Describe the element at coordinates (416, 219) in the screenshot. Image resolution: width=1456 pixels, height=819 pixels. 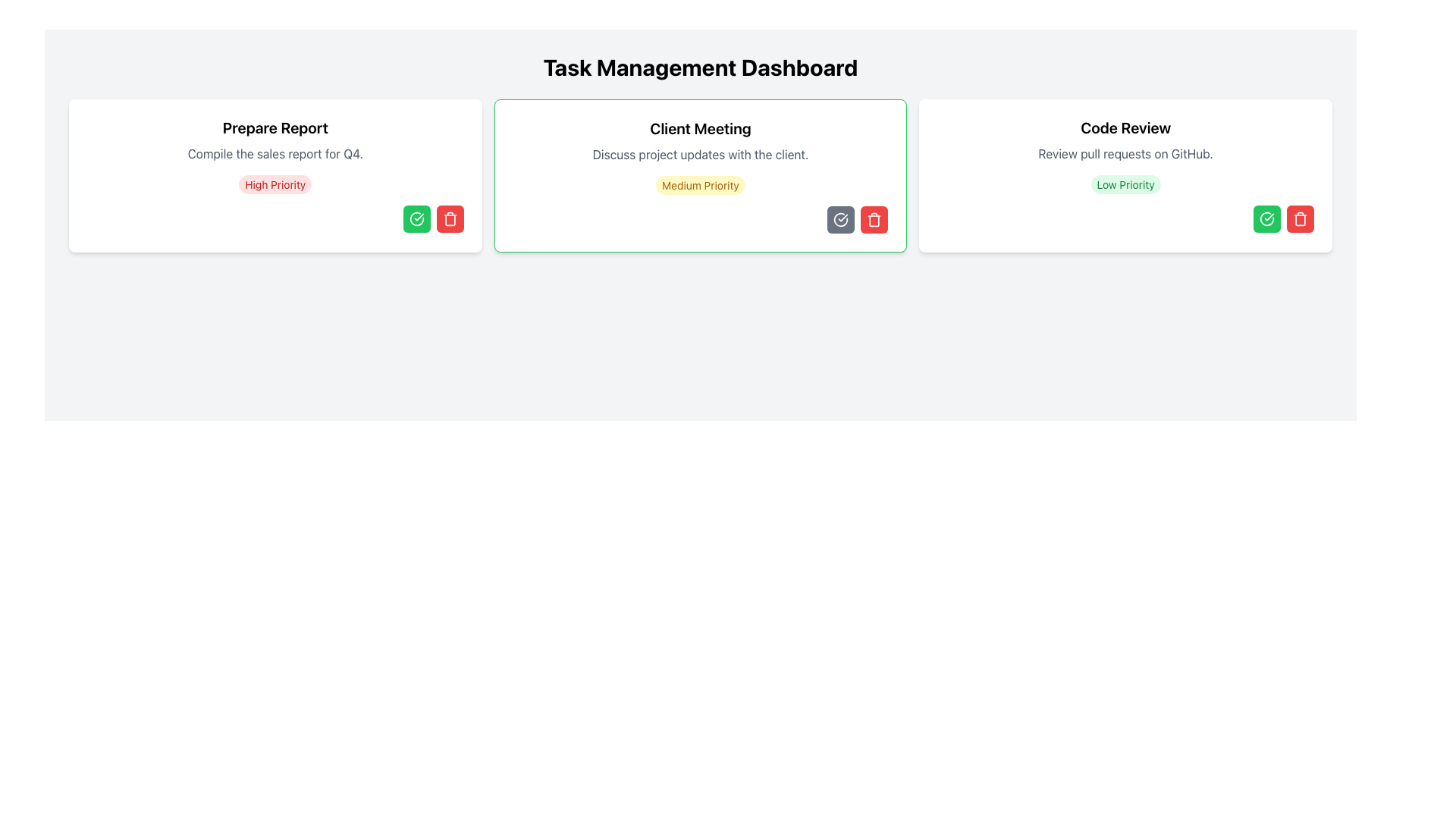
I see `the completion icon to mark the task 'Prepare Report' as completed in the Task Management Dashboard` at that location.